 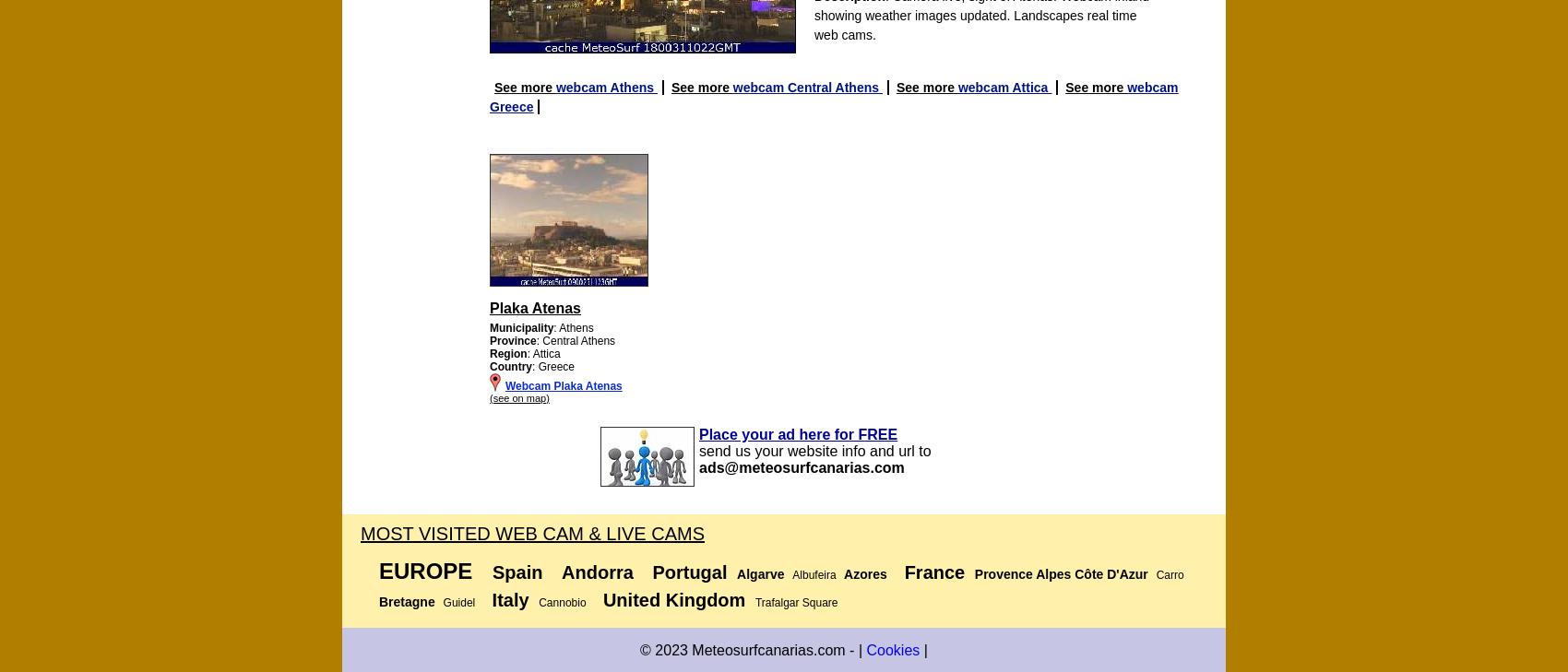 What do you see at coordinates (759, 574) in the screenshot?
I see `'Algarve'` at bounding box center [759, 574].